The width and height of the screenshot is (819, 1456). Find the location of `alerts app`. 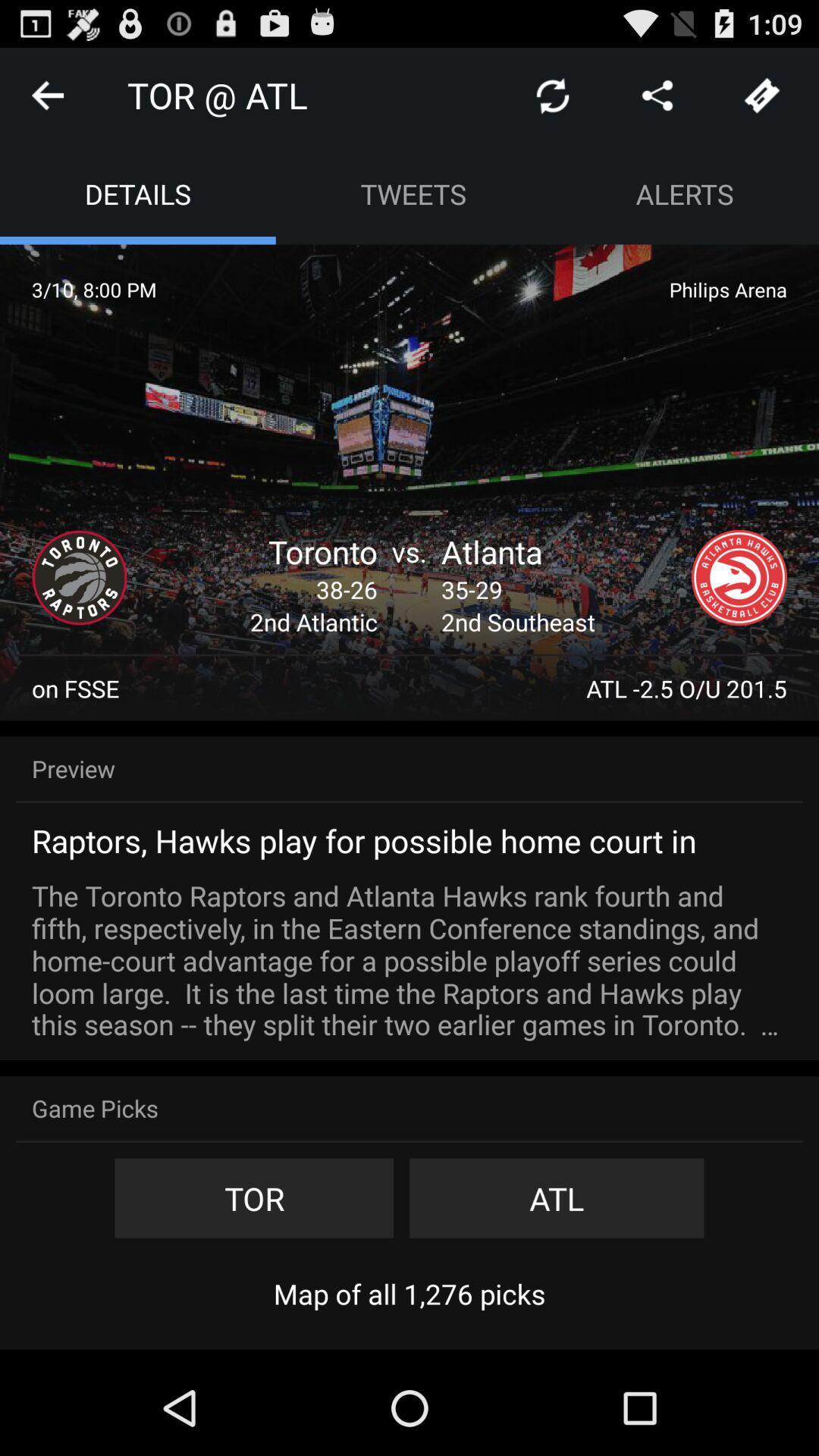

alerts app is located at coordinates (685, 193).